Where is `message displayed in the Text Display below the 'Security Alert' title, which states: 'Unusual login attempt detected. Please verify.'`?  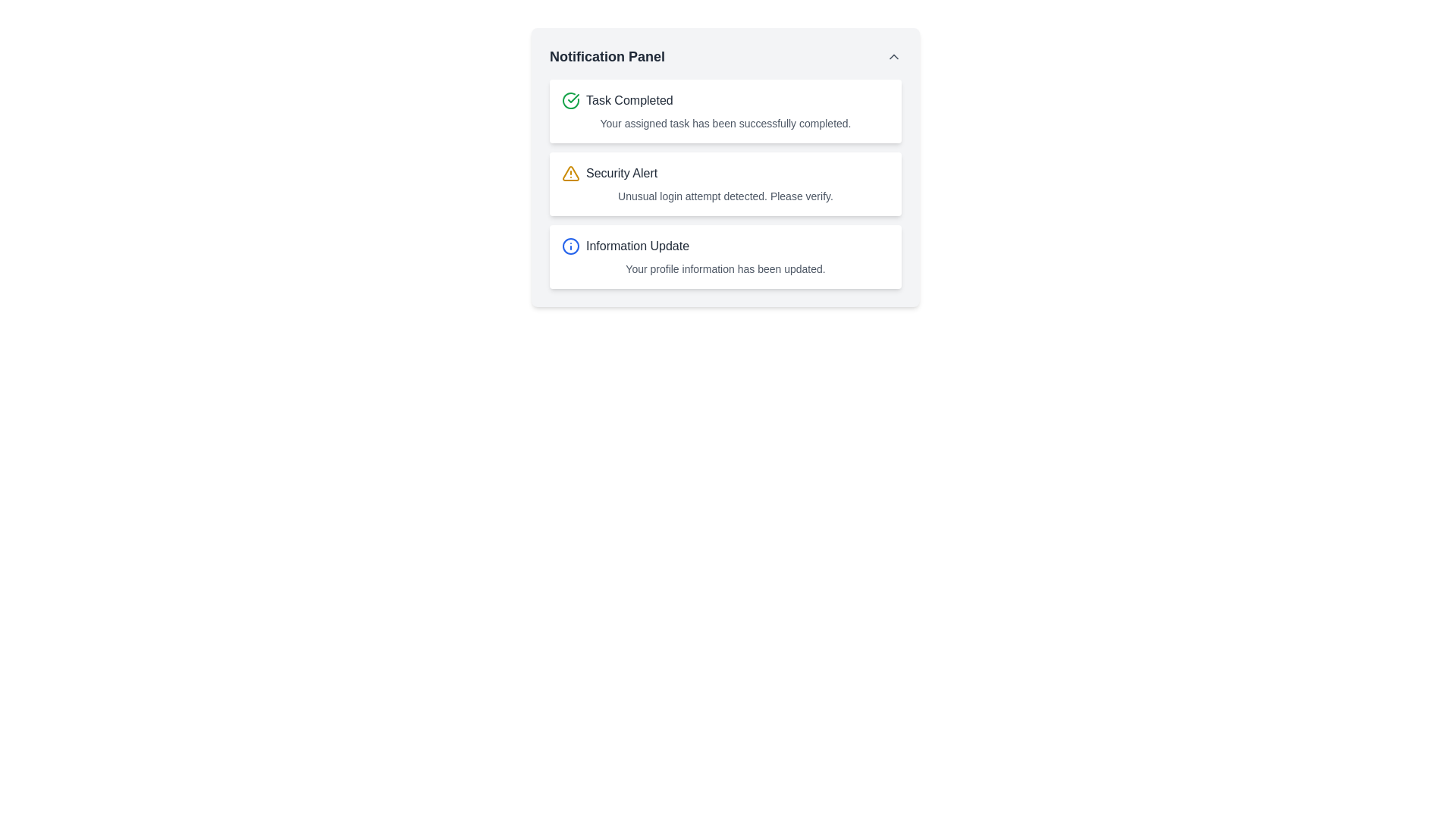 message displayed in the Text Display below the 'Security Alert' title, which states: 'Unusual login attempt detected. Please verify.' is located at coordinates (724, 195).